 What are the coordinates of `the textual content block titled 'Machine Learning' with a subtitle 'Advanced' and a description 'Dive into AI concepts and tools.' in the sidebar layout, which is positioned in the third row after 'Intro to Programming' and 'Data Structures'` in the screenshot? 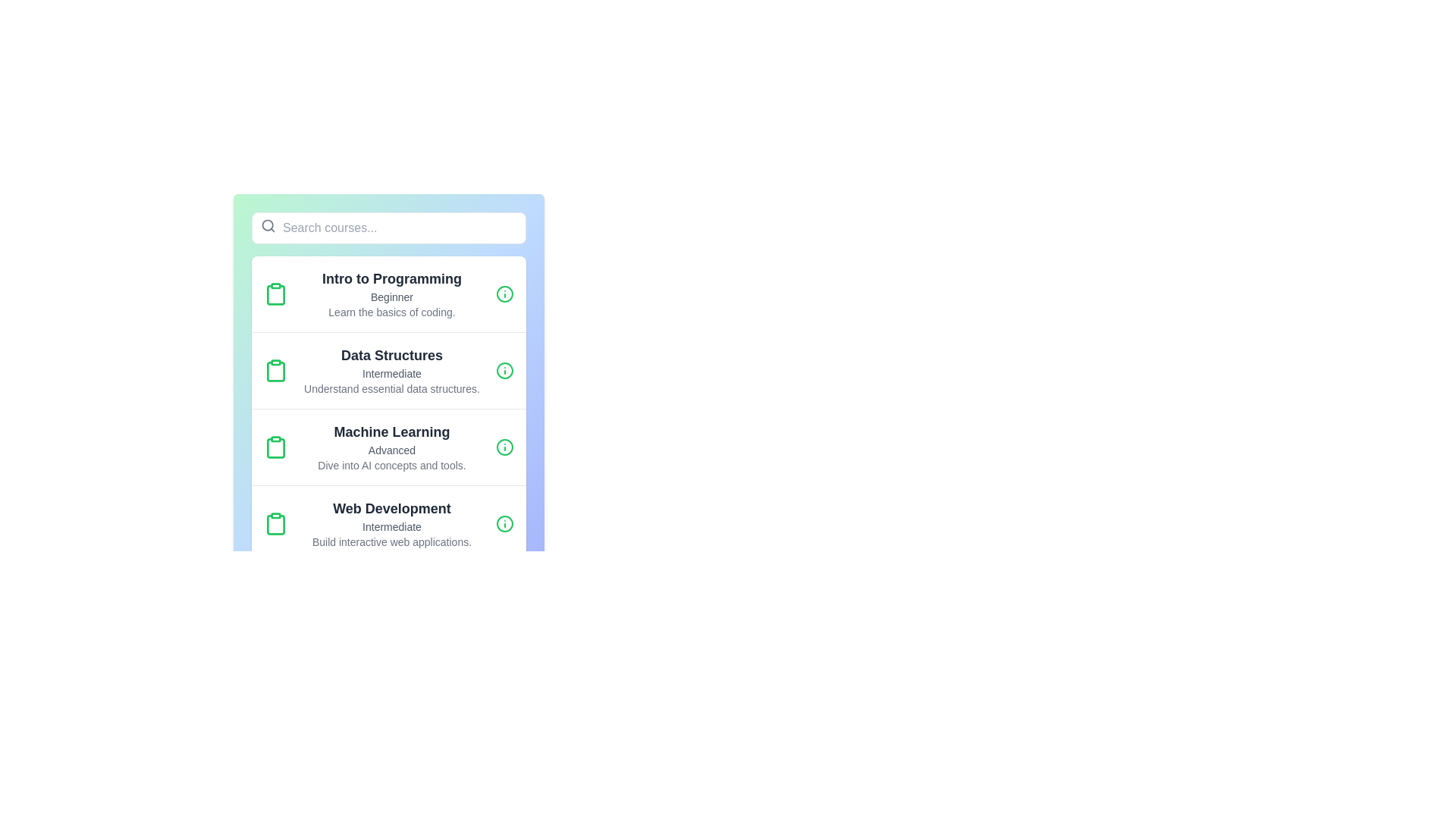 It's located at (392, 447).